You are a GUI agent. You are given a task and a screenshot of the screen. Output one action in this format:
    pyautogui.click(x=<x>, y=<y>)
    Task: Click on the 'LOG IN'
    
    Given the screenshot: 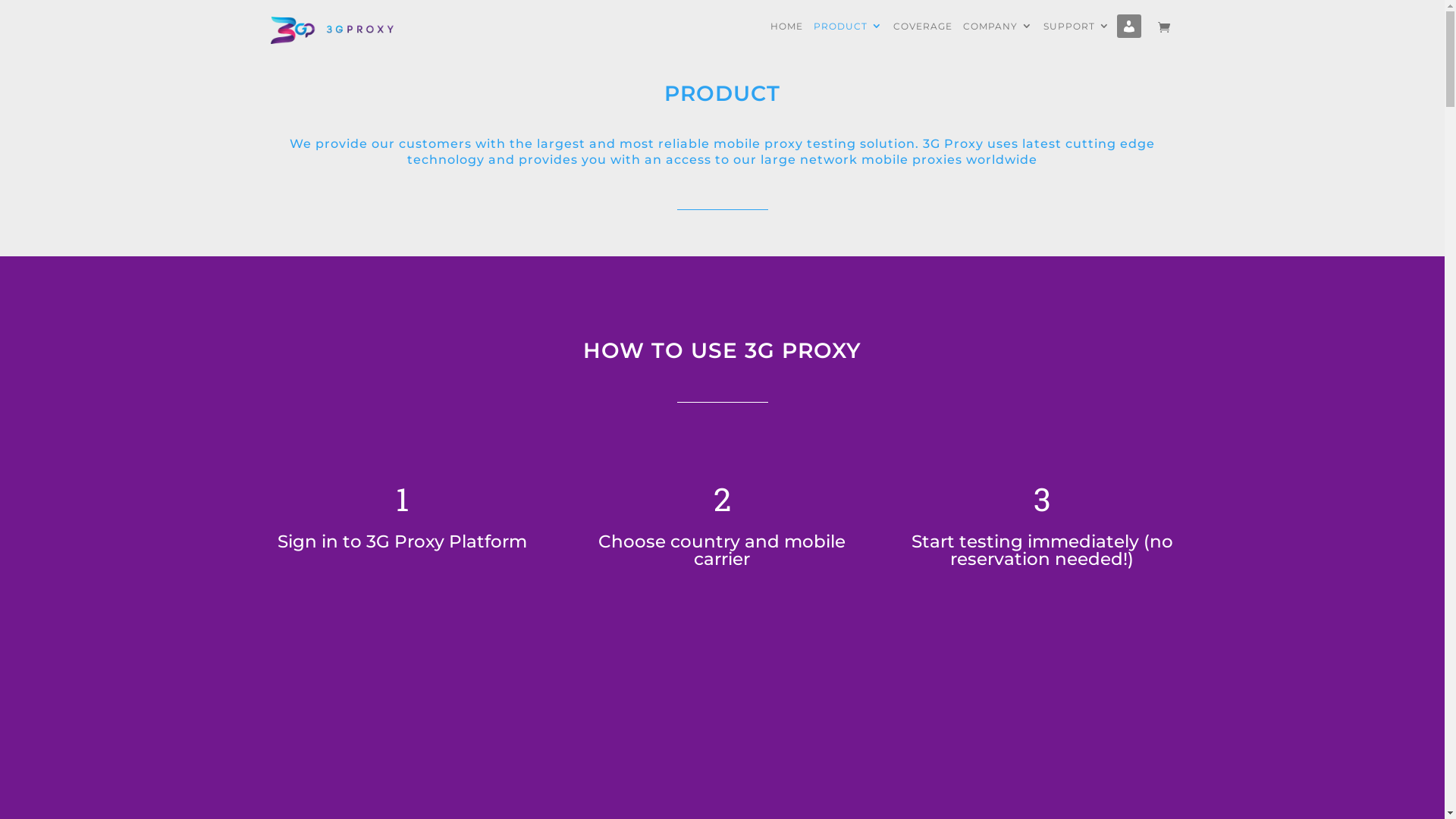 What is the action you would take?
    pyautogui.click(x=1131, y=37)
    